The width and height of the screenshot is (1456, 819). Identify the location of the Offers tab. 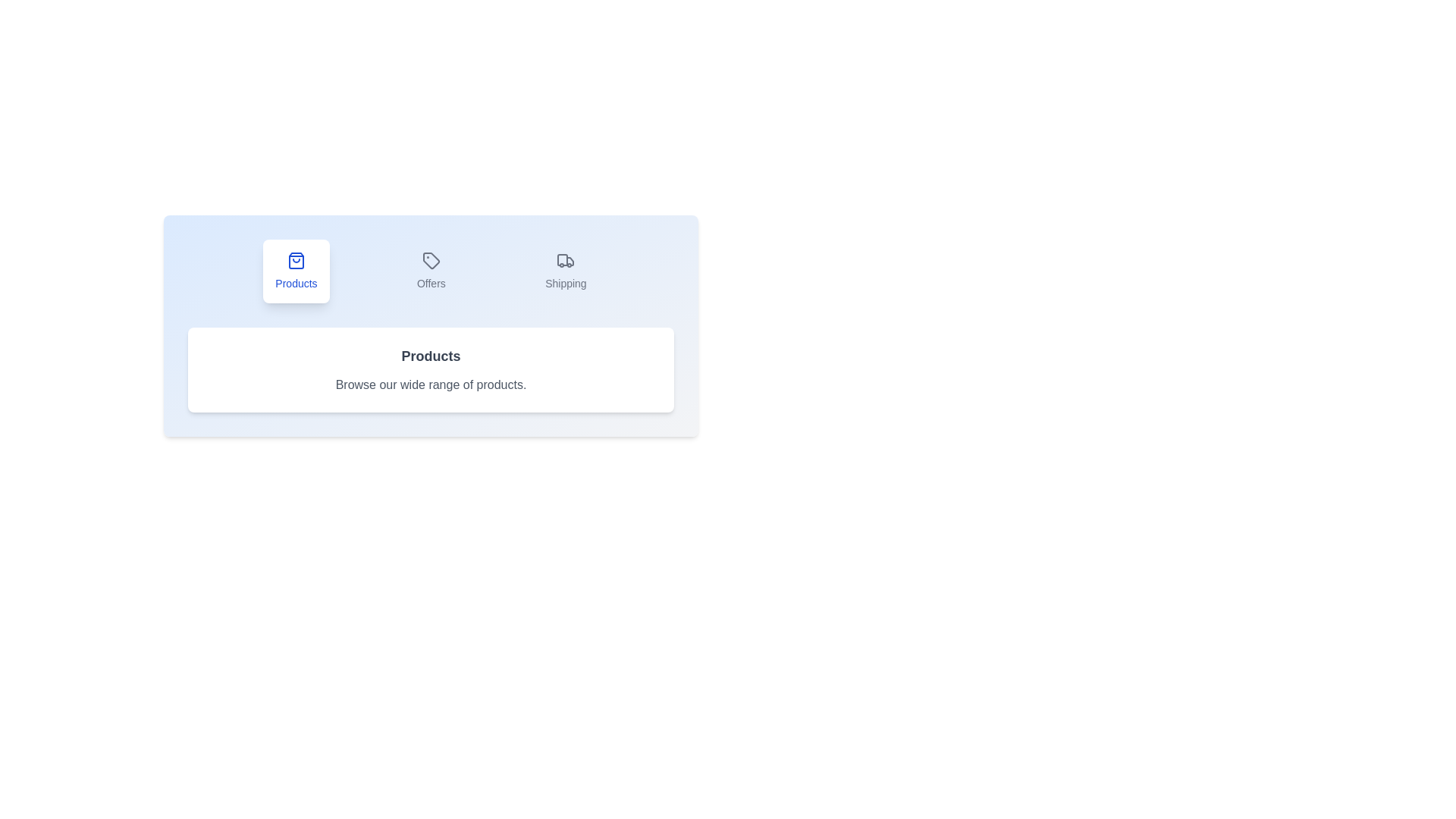
(430, 271).